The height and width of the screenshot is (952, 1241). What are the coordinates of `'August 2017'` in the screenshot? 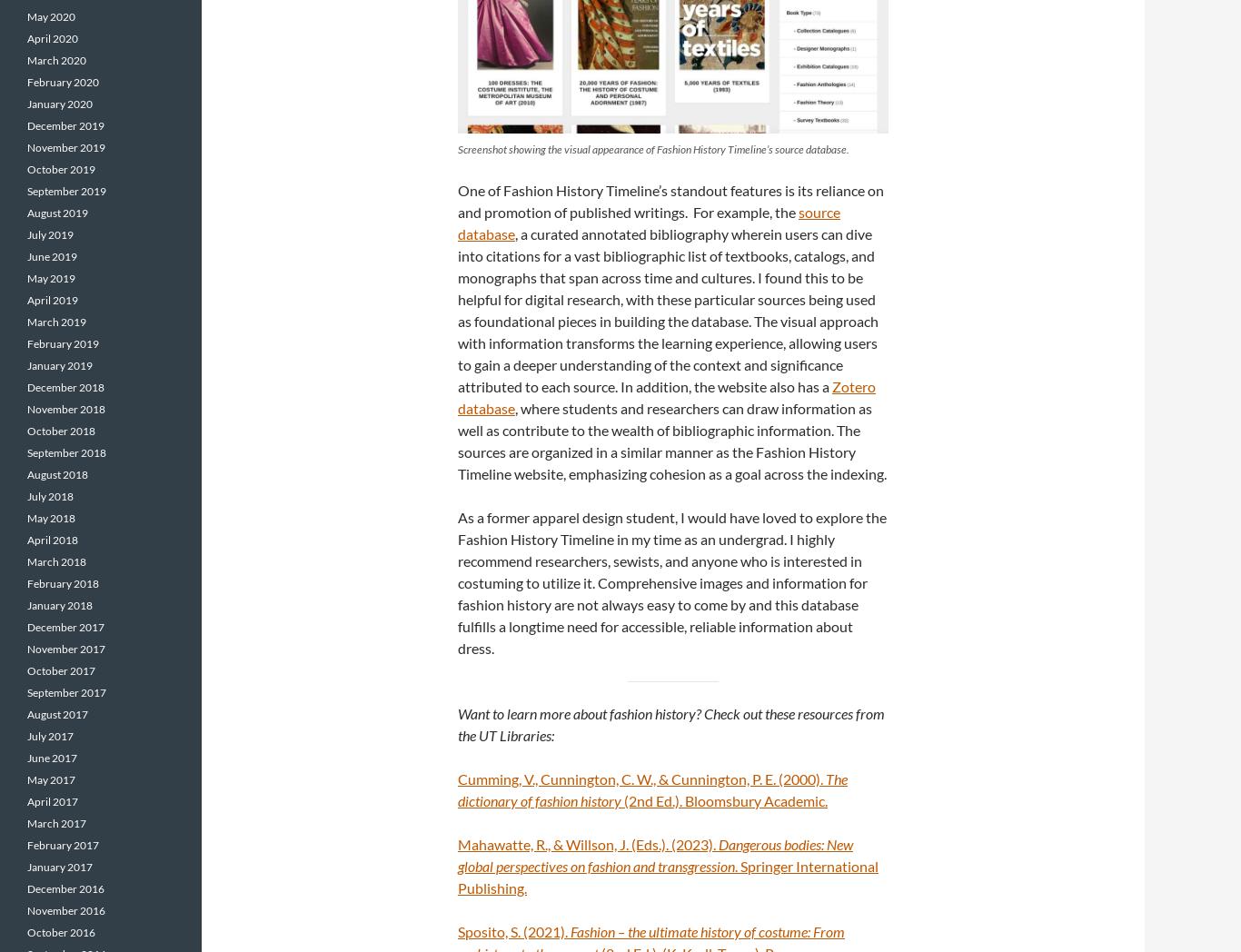 It's located at (57, 714).